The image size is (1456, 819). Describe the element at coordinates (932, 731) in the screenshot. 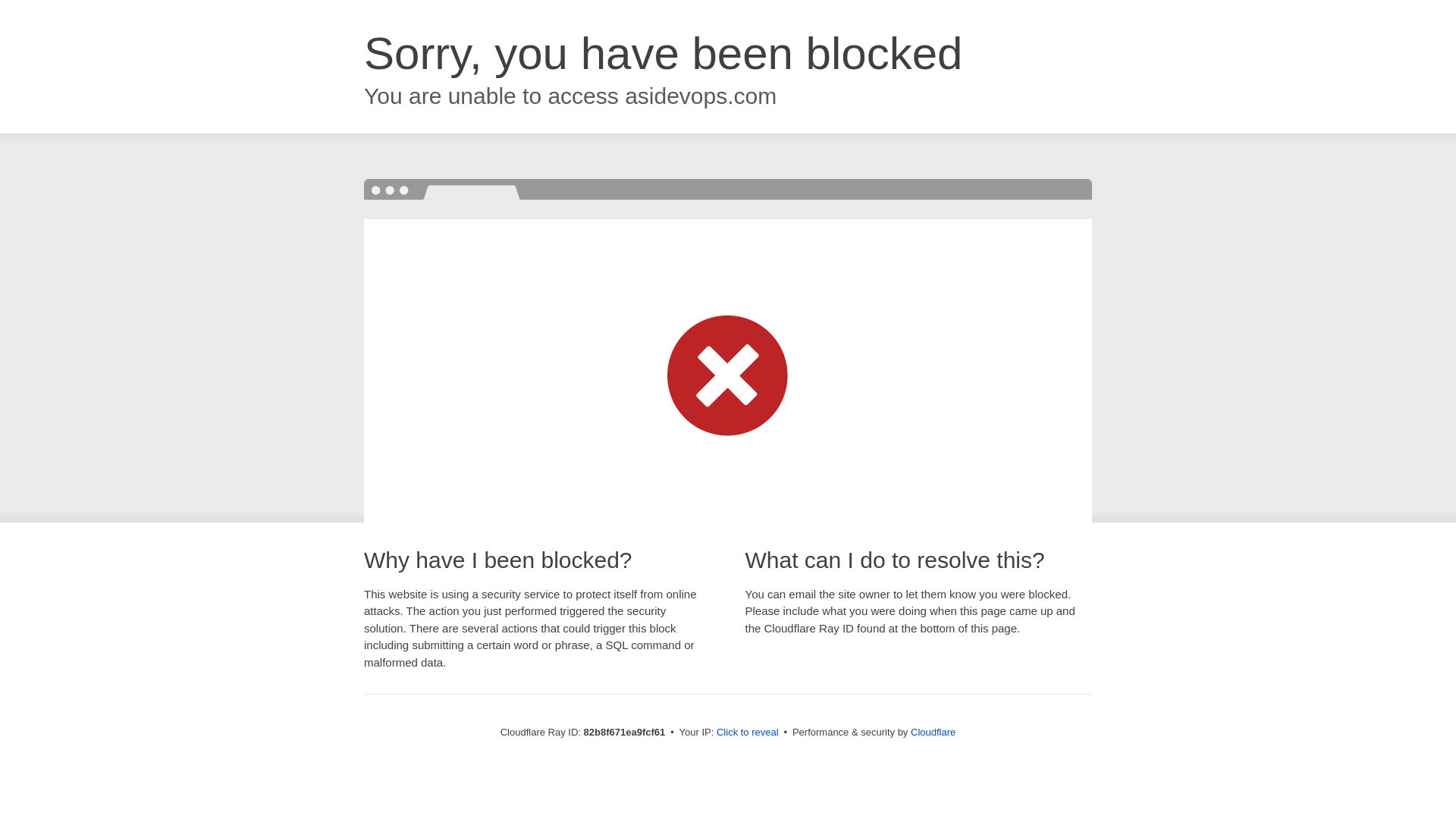

I see `'Cloudflare'` at that location.